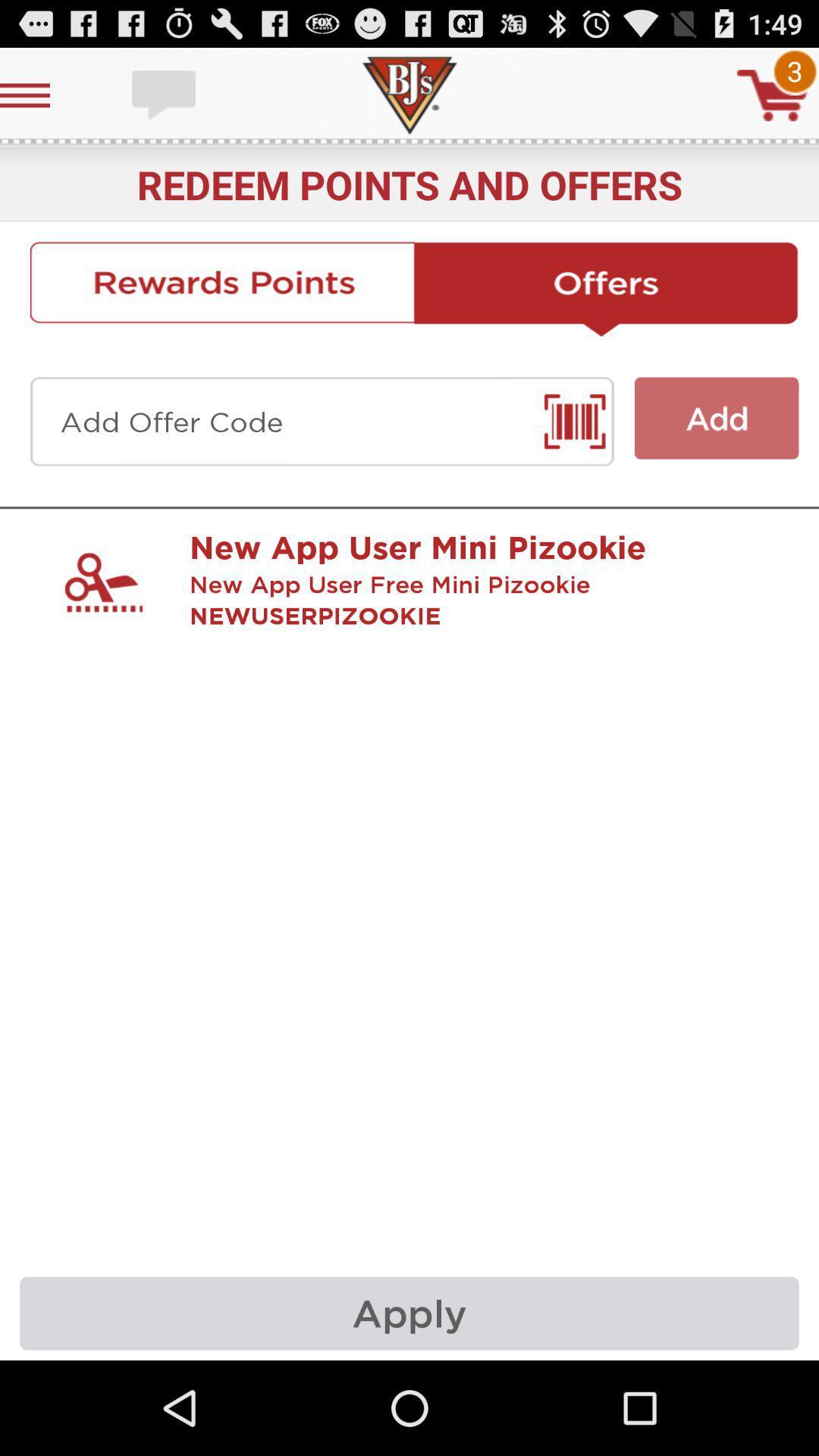 This screenshot has height=1456, width=819. Describe the element at coordinates (606, 289) in the screenshot. I see `offers` at that location.